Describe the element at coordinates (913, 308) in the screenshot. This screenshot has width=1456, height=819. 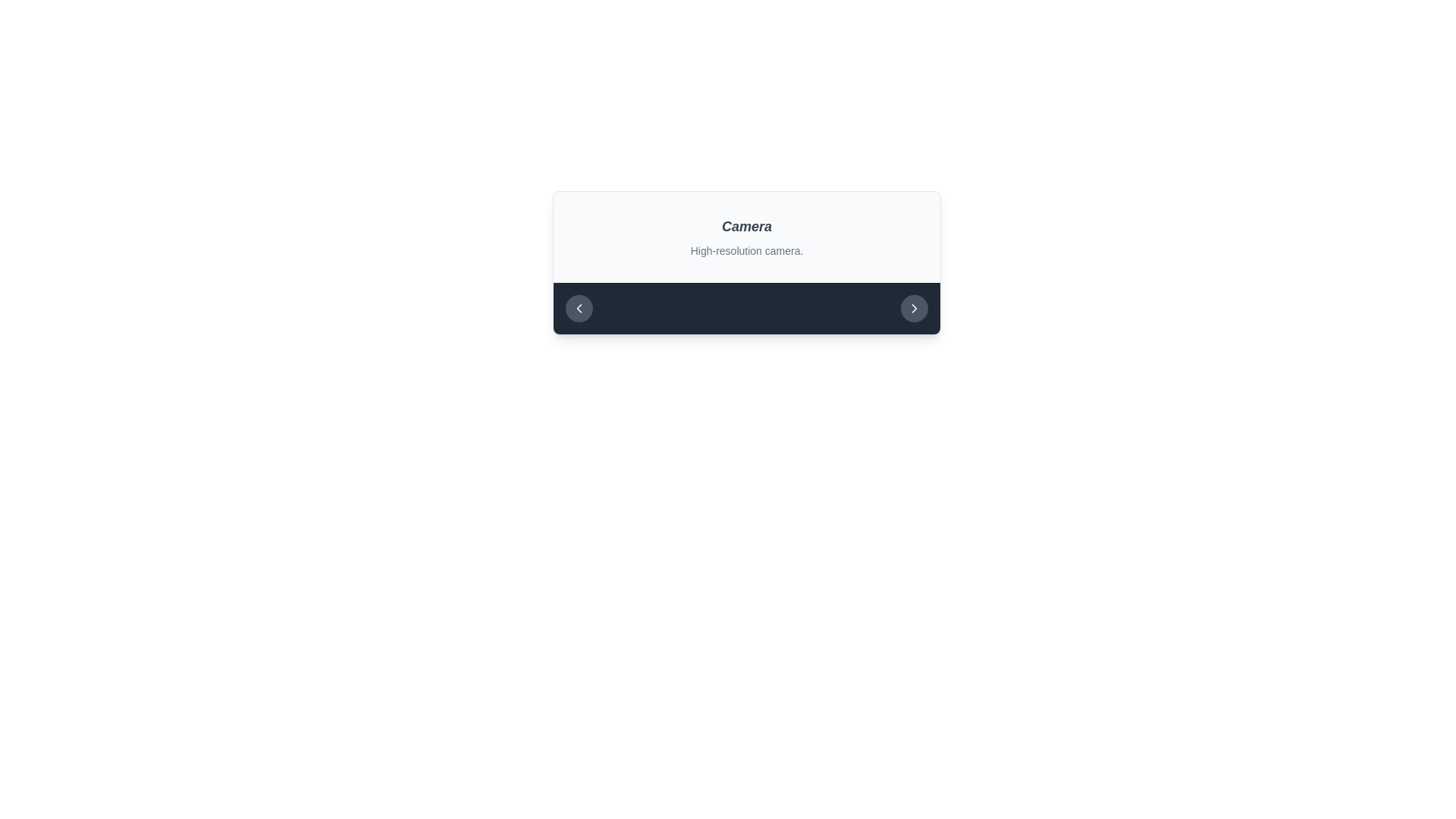
I see `the navigational icon button located at the far right of a dark horizontal bar below the description card` at that location.